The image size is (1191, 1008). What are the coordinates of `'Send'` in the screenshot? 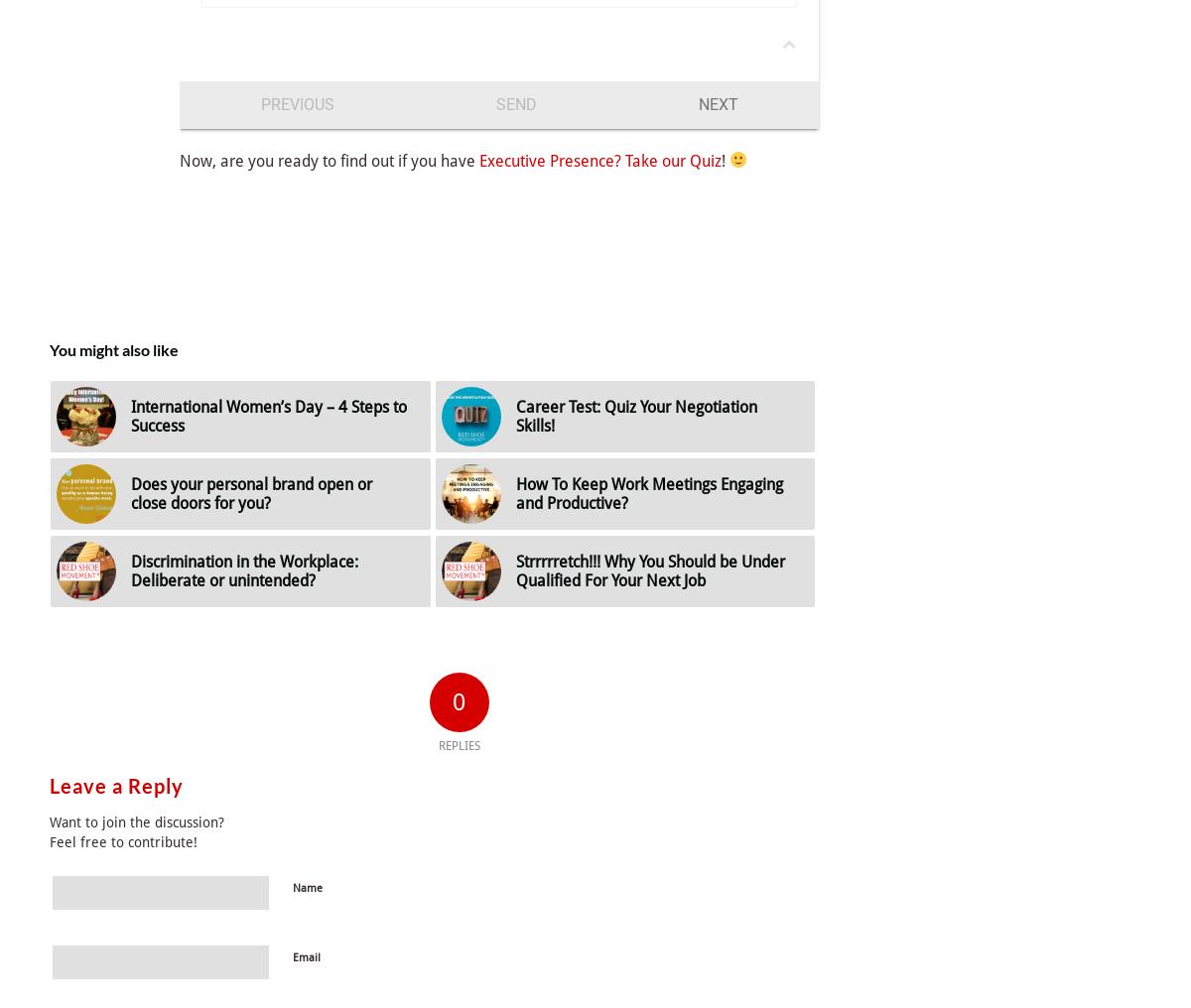 It's located at (493, 104).